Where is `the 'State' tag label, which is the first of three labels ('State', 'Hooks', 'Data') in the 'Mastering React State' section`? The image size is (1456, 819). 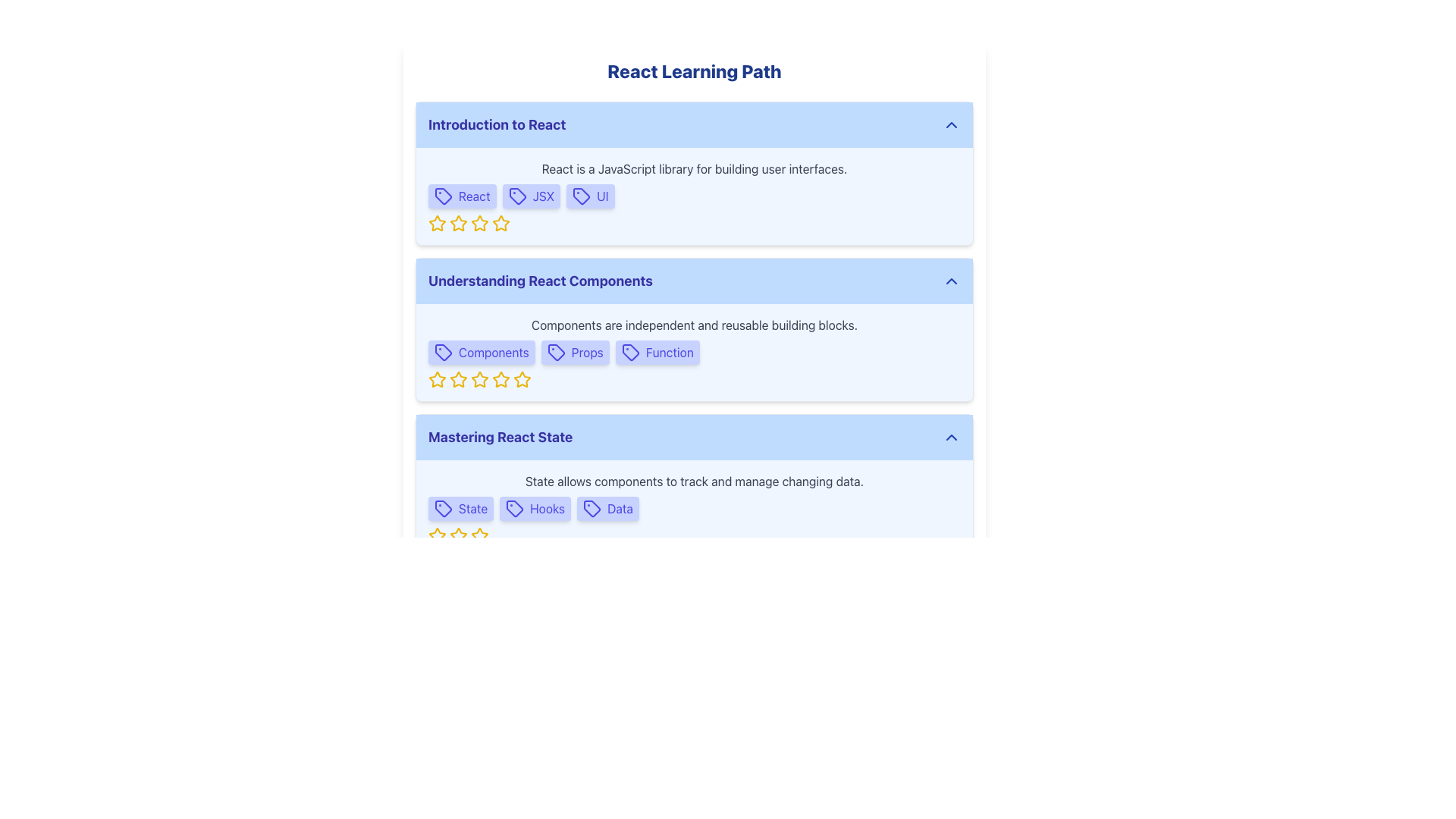
the 'State' tag label, which is the first of three labels ('State', 'Hooks', 'Data') in the 'Mastering React State' section is located at coordinates (460, 509).